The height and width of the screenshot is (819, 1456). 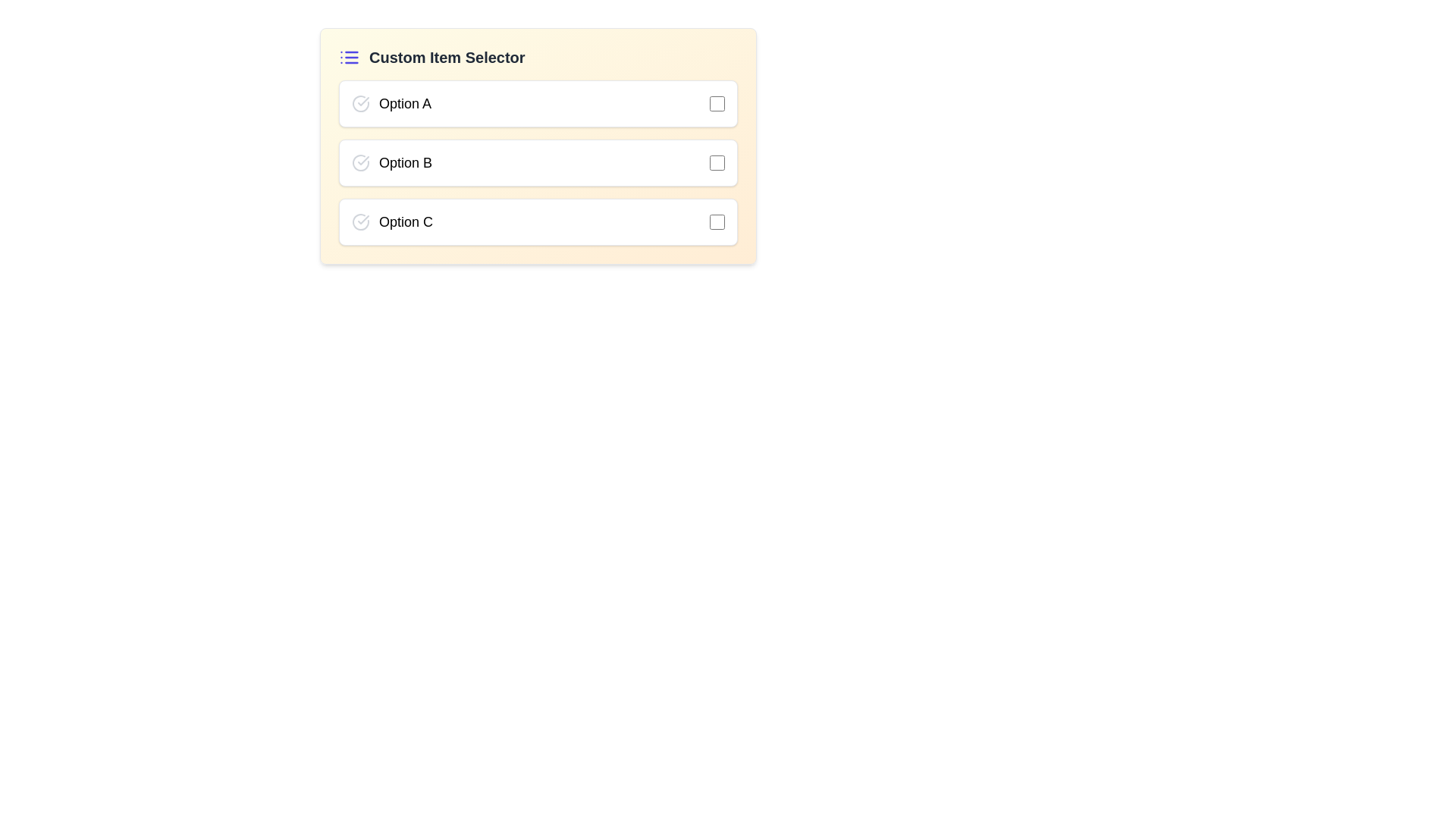 What do you see at coordinates (716, 163) in the screenshot?
I see `the square checkbox with a blue fill color located in the row labeled 'Option B'` at bounding box center [716, 163].